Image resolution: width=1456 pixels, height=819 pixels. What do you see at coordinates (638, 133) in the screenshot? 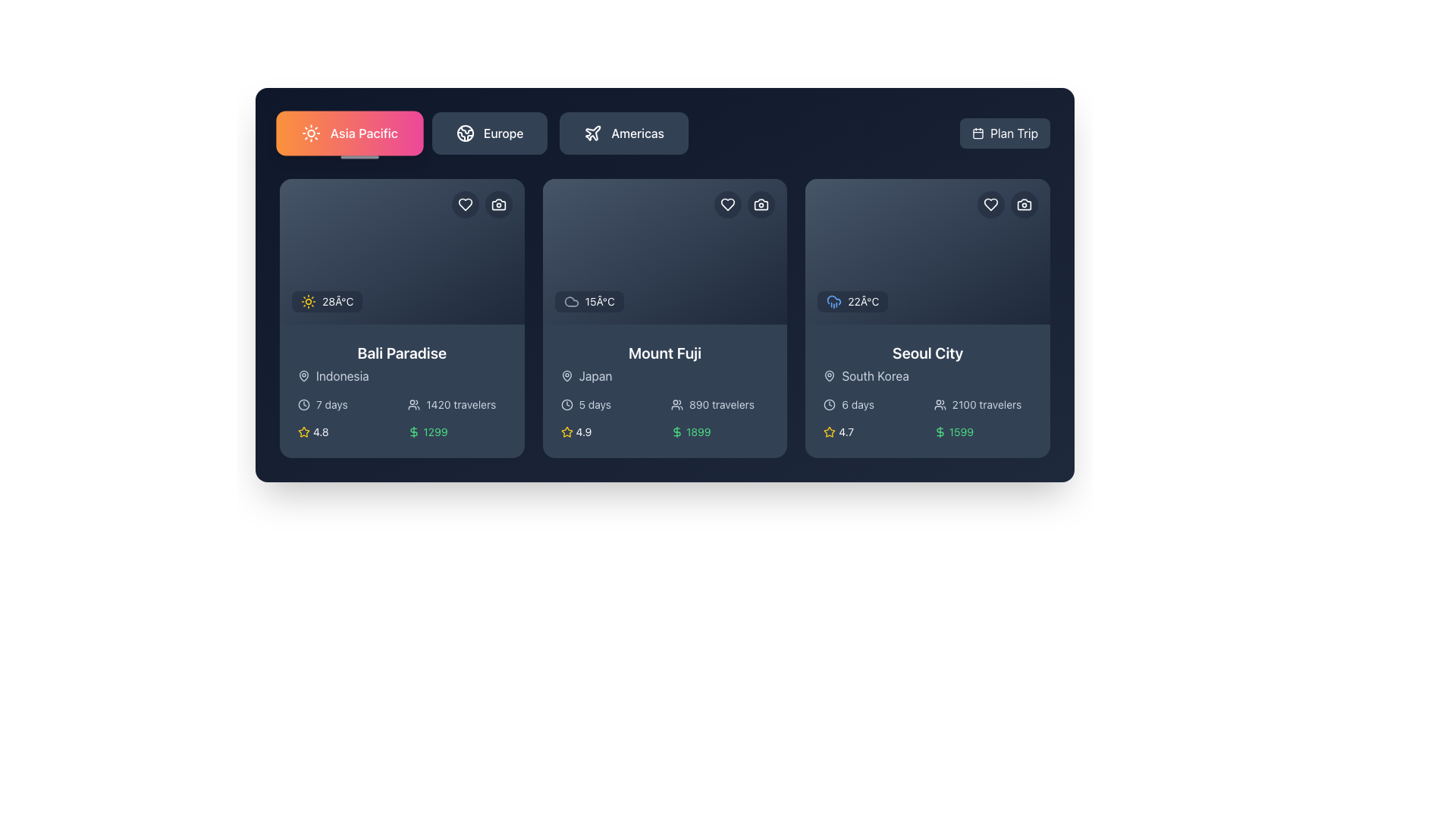
I see `the 'Americas' text label` at bounding box center [638, 133].